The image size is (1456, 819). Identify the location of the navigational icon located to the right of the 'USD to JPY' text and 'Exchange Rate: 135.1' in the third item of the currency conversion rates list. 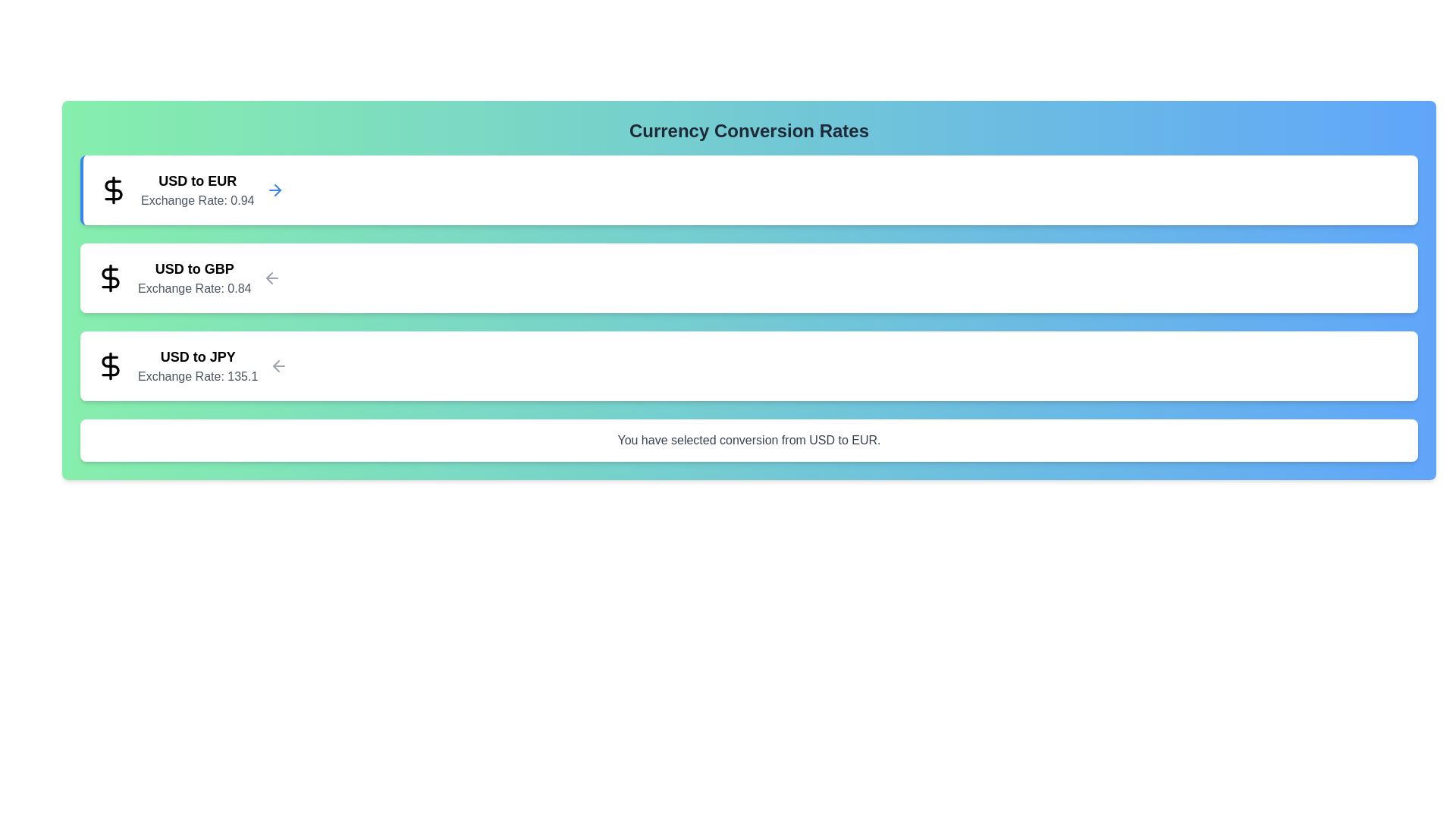
(279, 366).